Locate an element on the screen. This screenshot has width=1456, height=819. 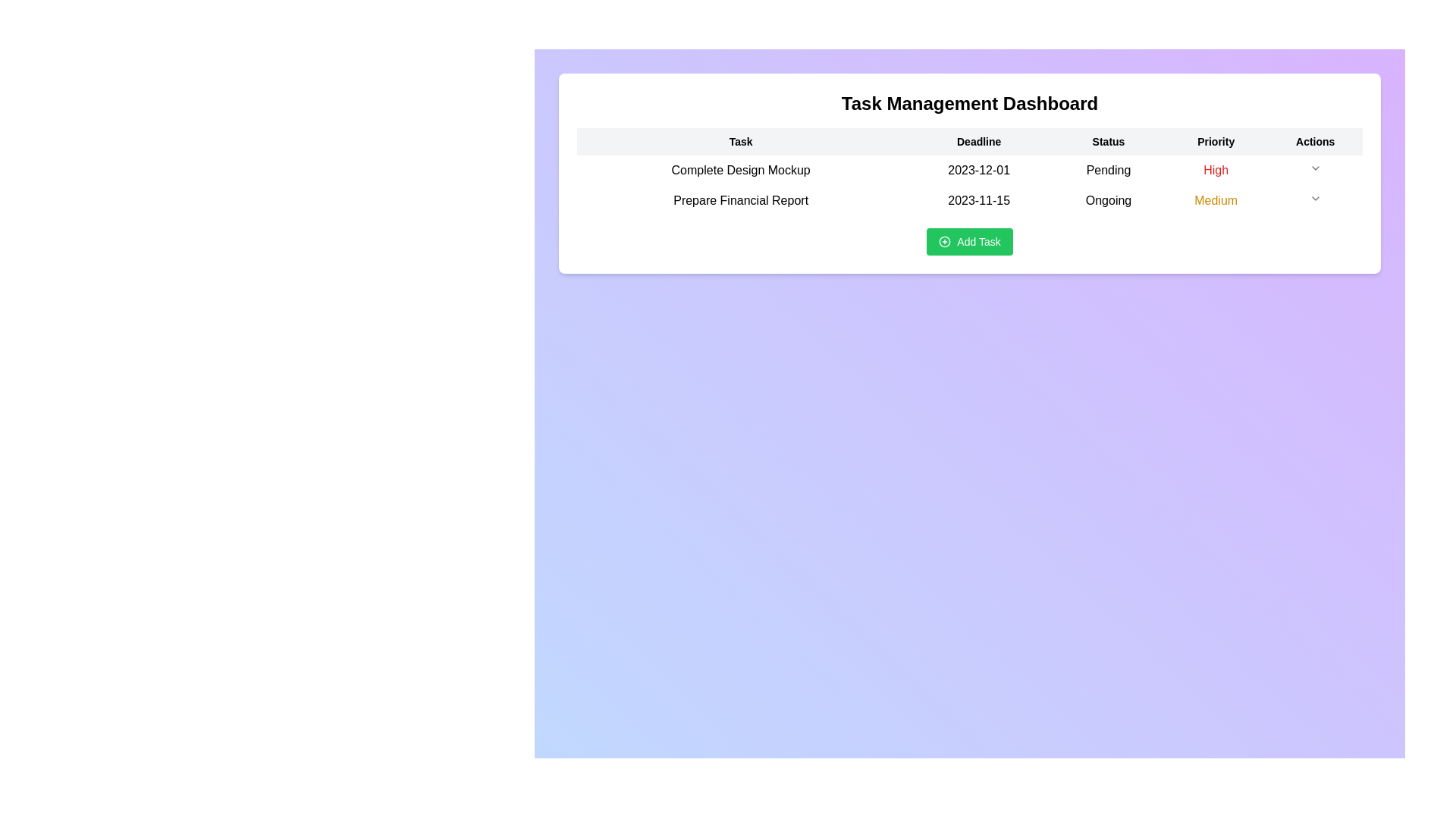
the non-interactive text label displaying the deadline for the 'Complete Design Mockup' task, located in the second cell of the row, between the task name and the 'Pending' status is located at coordinates (979, 170).